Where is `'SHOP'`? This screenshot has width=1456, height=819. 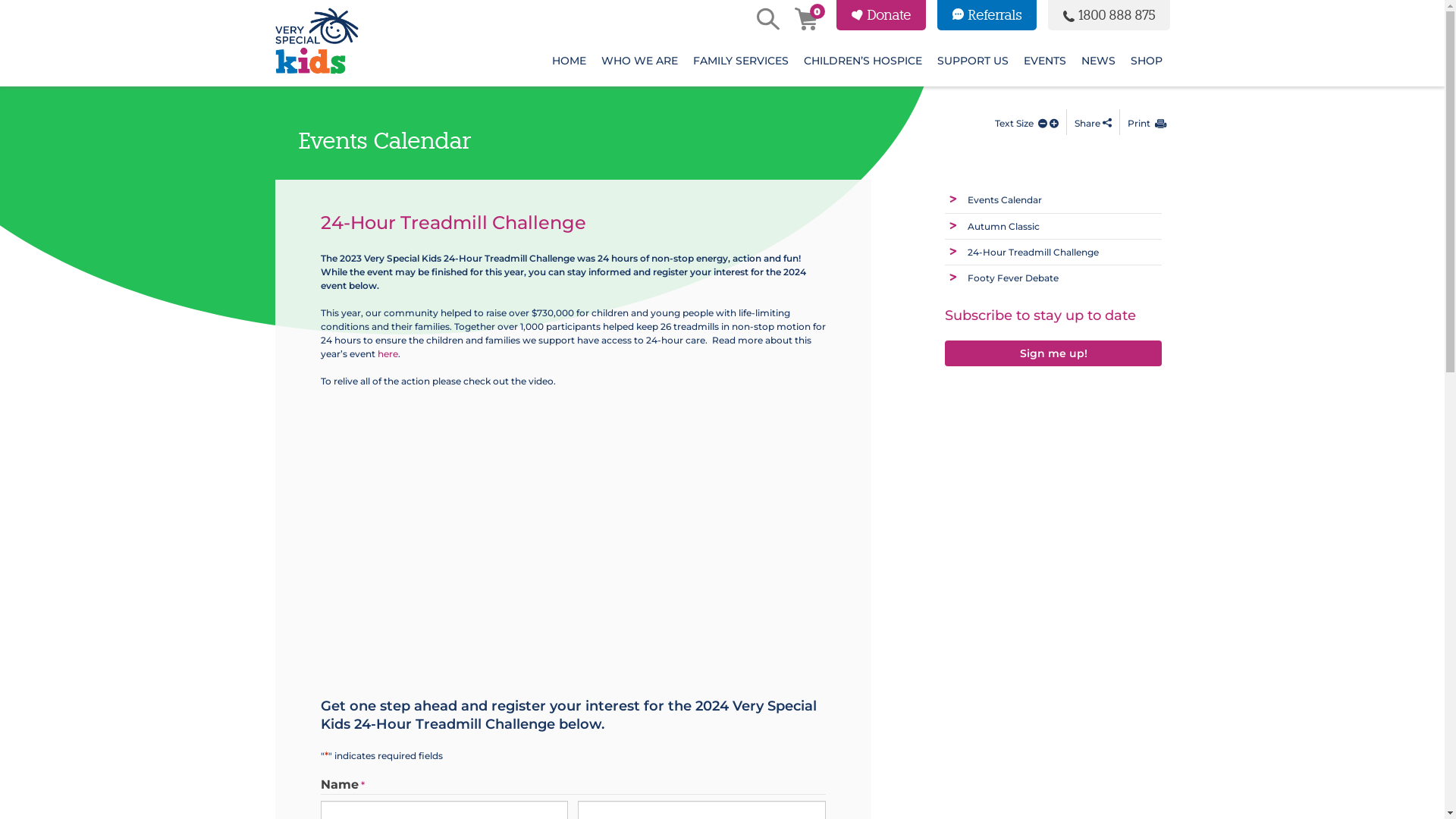
'SHOP' is located at coordinates (1146, 60).